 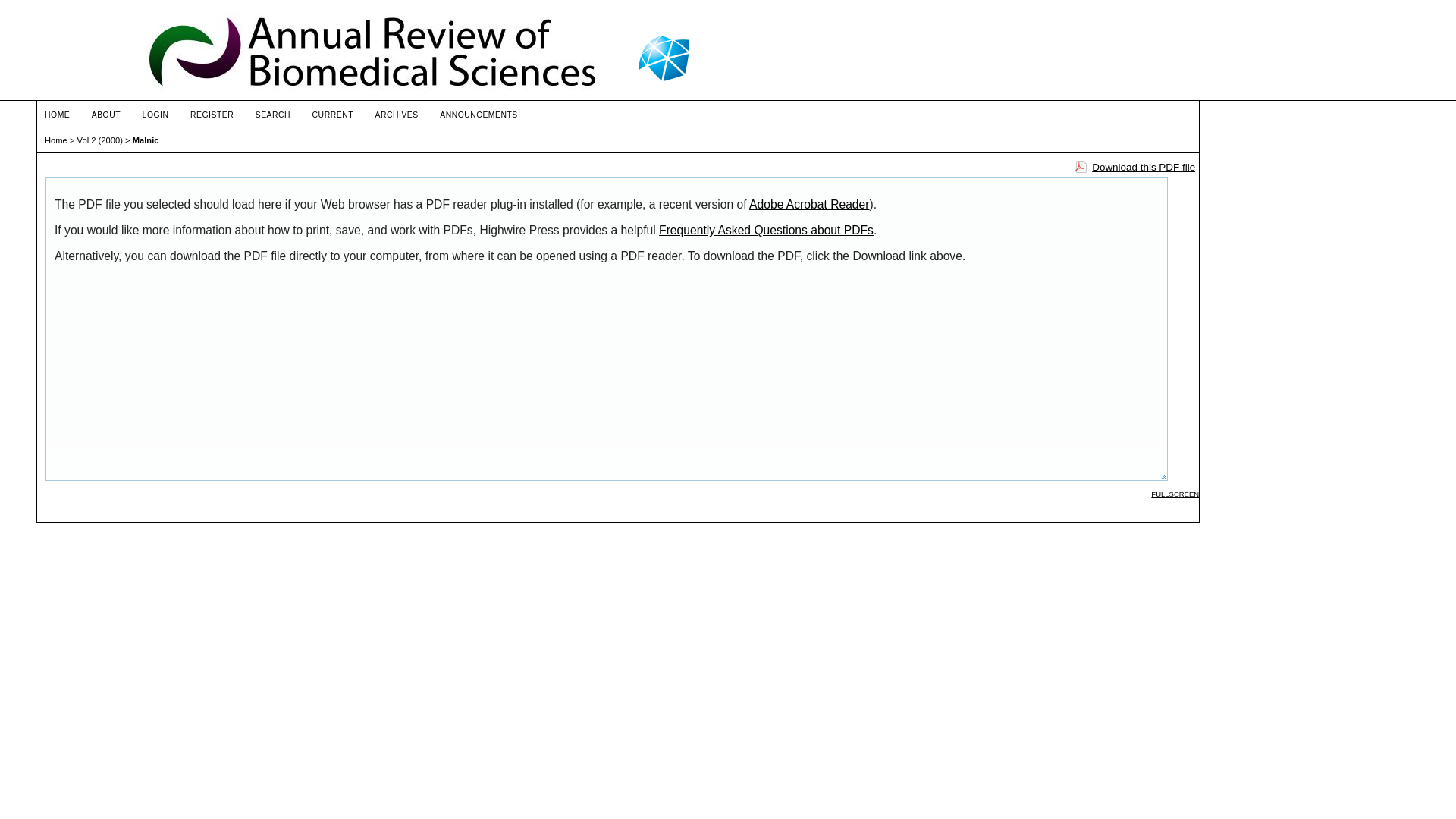 I want to click on 'Home', so click(x=55, y=140).